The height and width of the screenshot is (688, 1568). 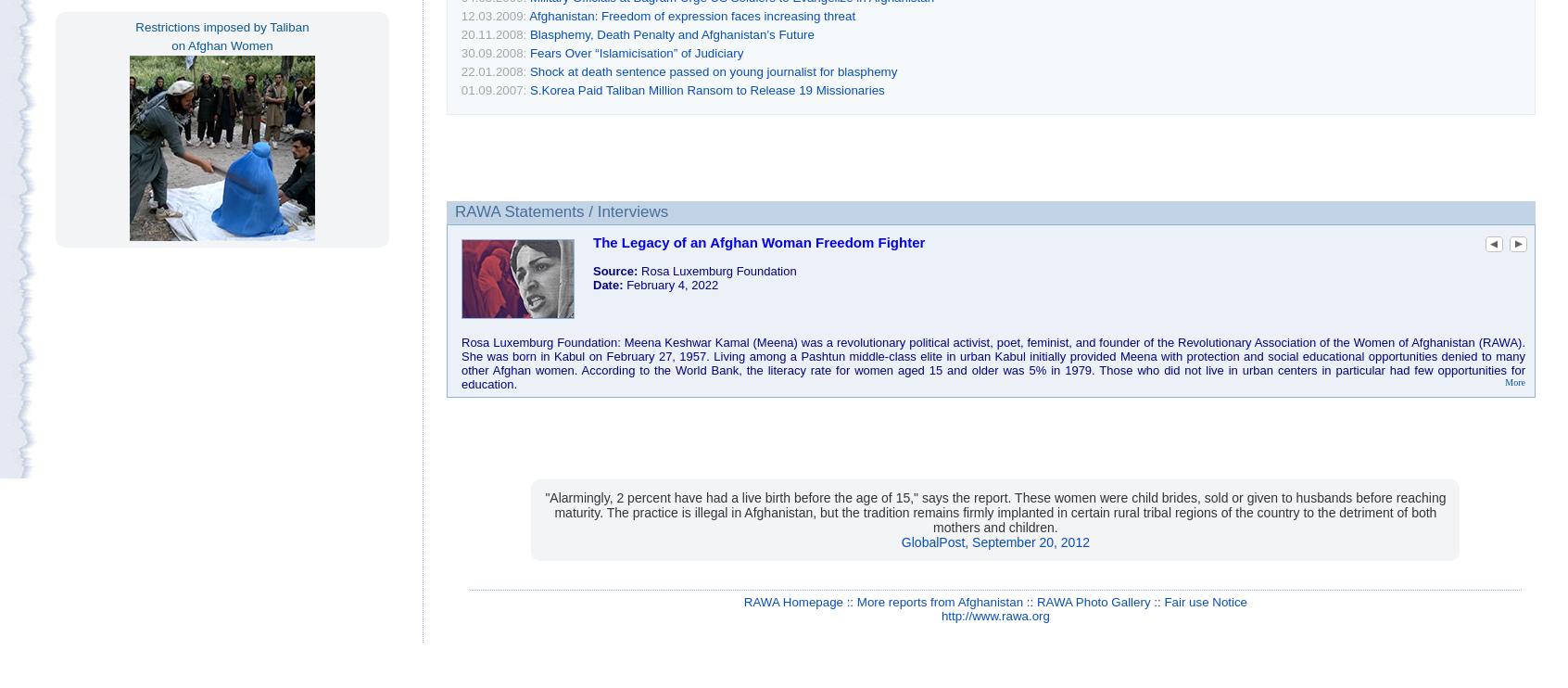 What do you see at coordinates (791, 601) in the screenshot?
I see `'RAWA Homepage'` at bounding box center [791, 601].